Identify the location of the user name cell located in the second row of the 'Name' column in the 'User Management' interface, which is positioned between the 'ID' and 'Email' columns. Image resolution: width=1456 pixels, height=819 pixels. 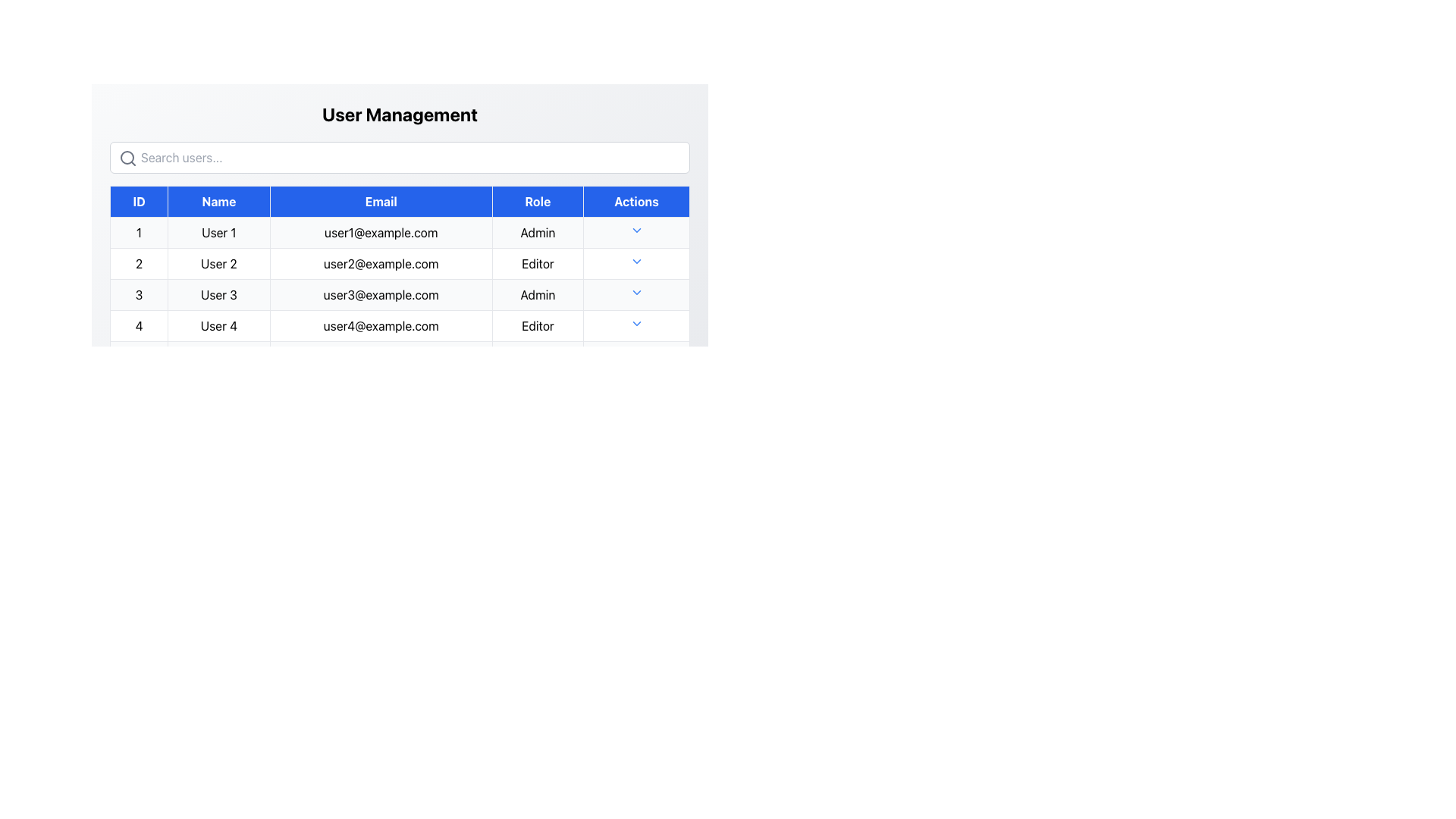
(218, 262).